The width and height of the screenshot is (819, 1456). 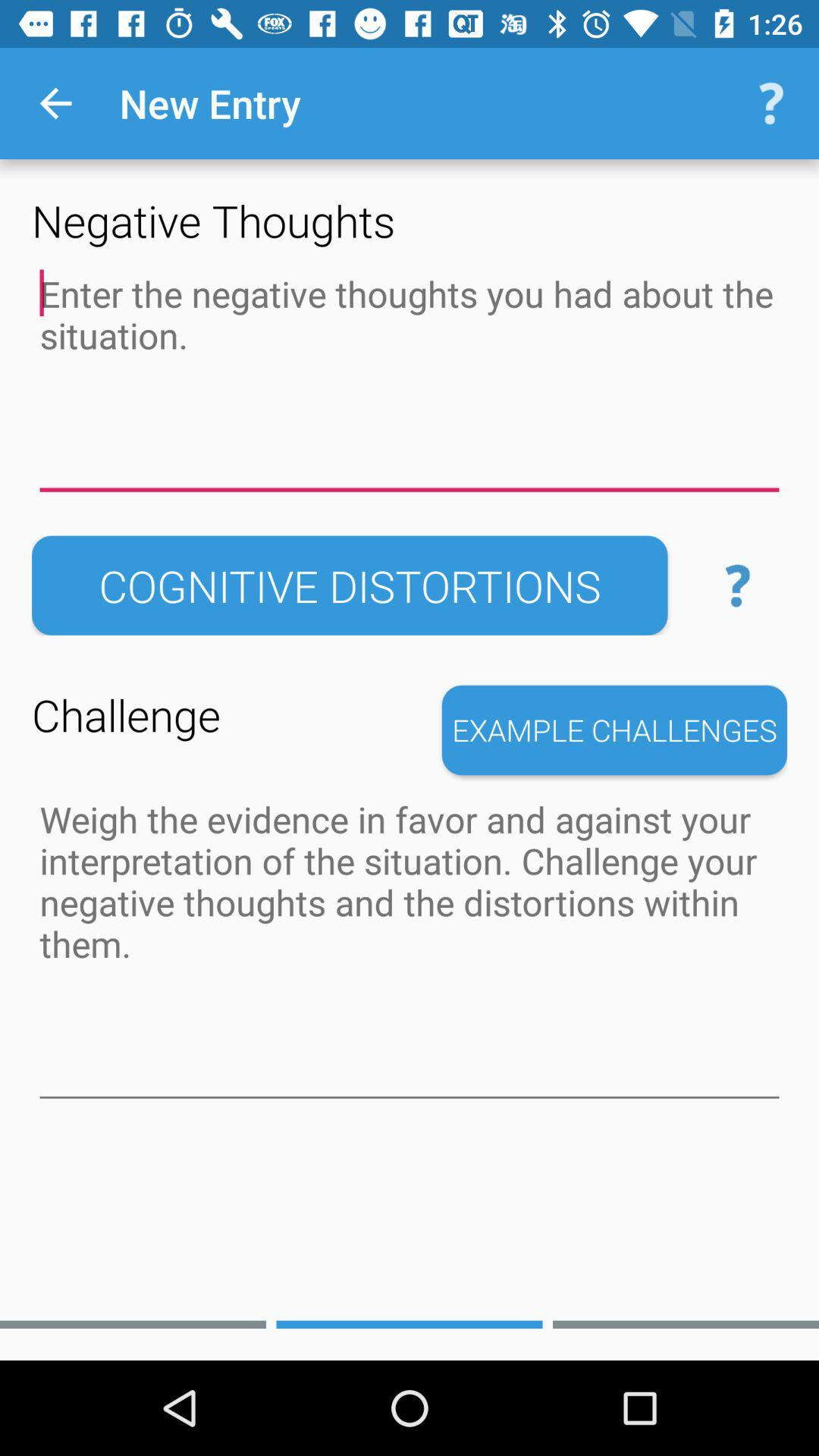 What do you see at coordinates (350, 585) in the screenshot?
I see `the cognitive distortions button` at bounding box center [350, 585].